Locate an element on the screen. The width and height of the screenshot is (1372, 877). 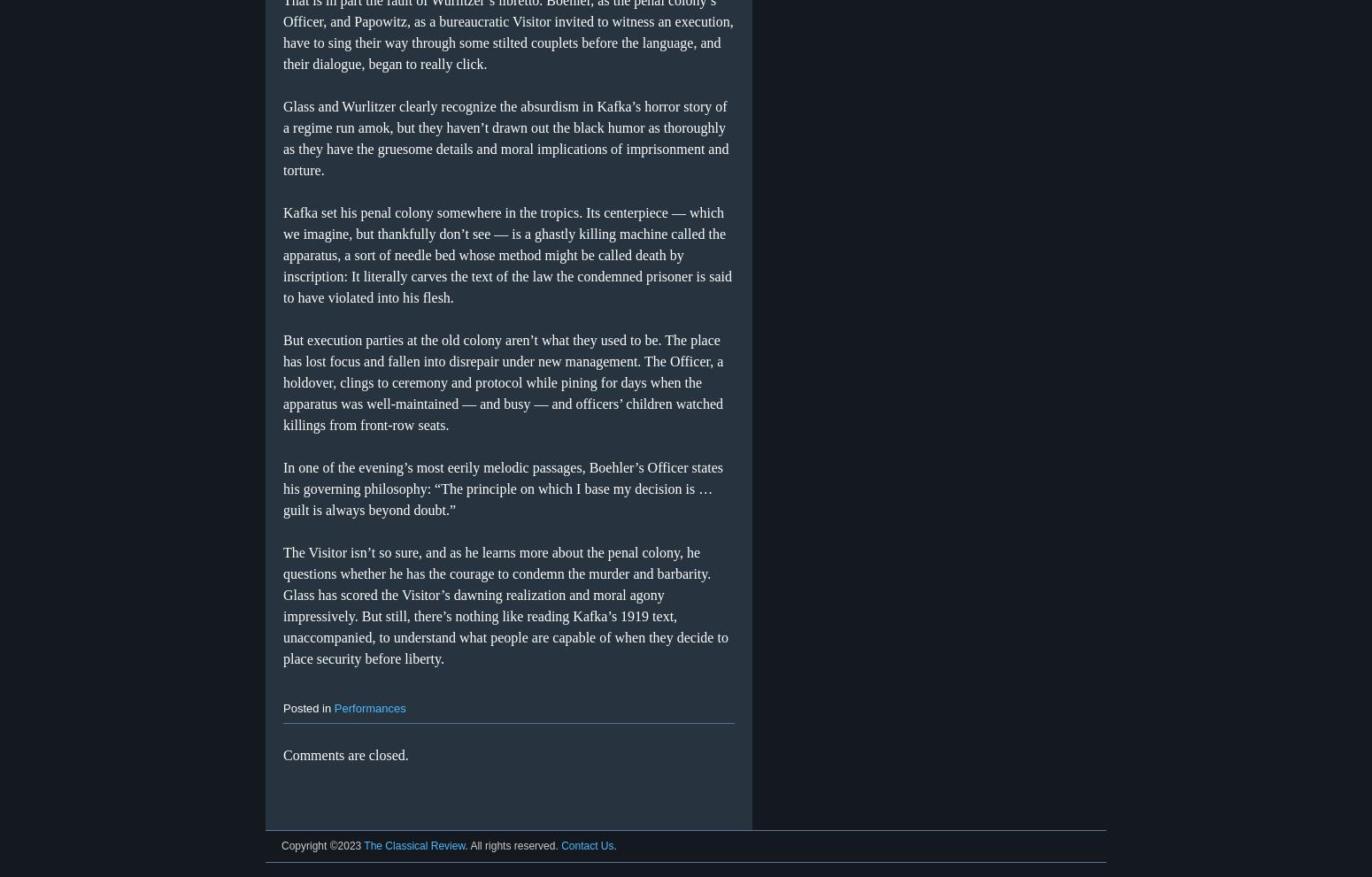
'Performances' is located at coordinates (332, 707).